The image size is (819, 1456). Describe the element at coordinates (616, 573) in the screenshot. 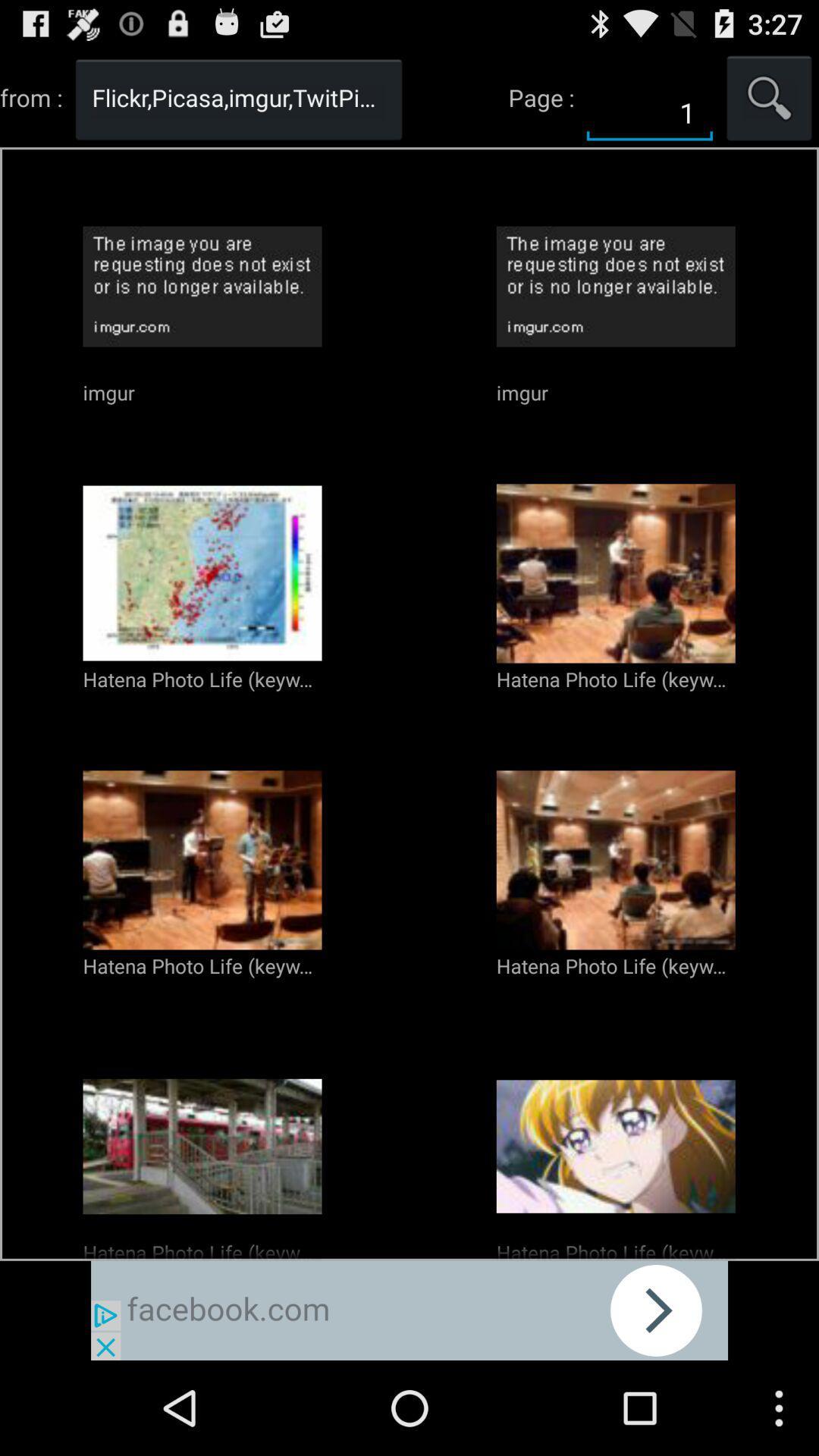

I see `the second image in the second row` at that location.